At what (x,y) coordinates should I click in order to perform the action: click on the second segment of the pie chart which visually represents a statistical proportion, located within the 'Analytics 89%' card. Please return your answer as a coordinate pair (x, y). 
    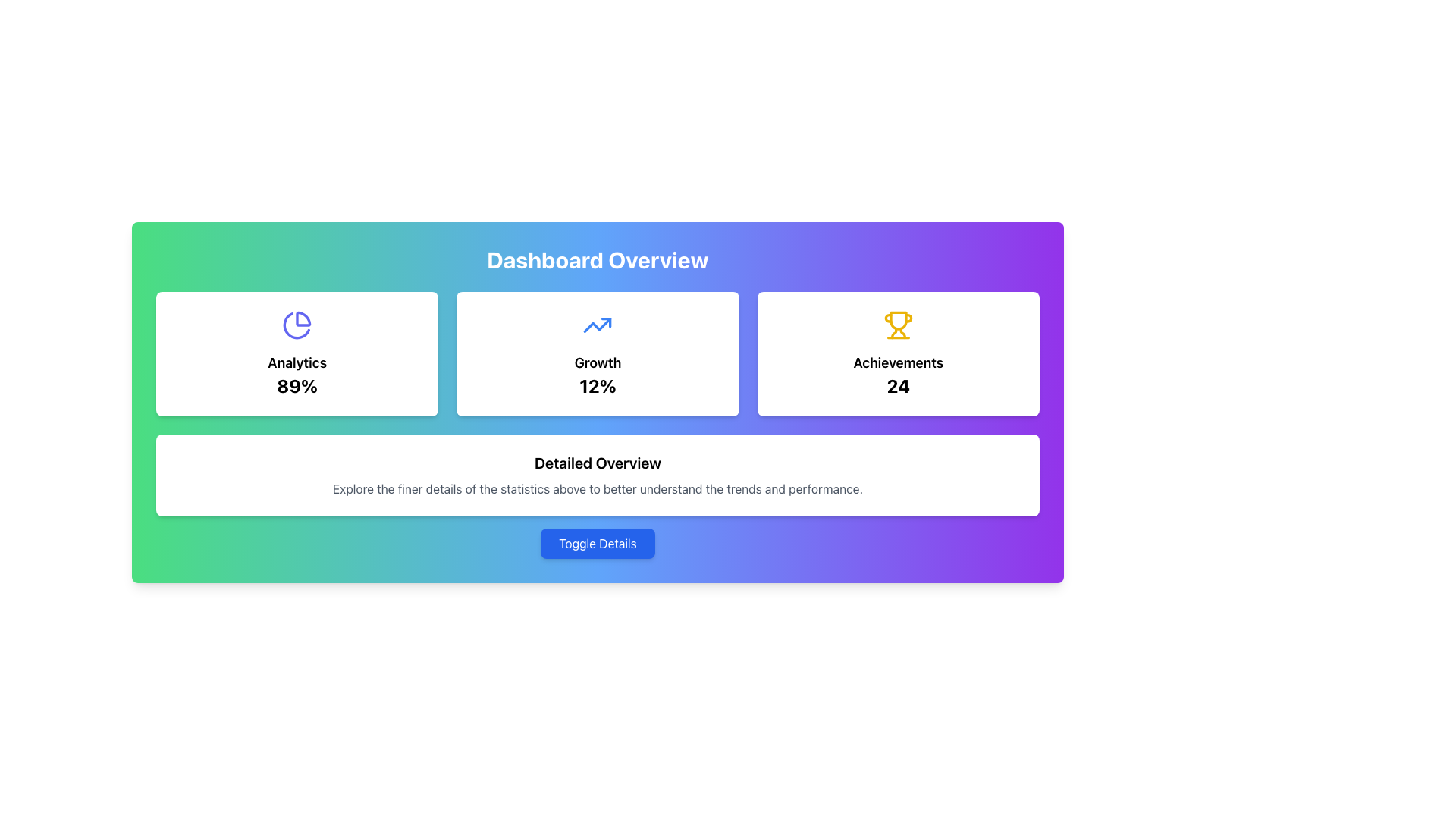
    Looking at the image, I should click on (297, 325).